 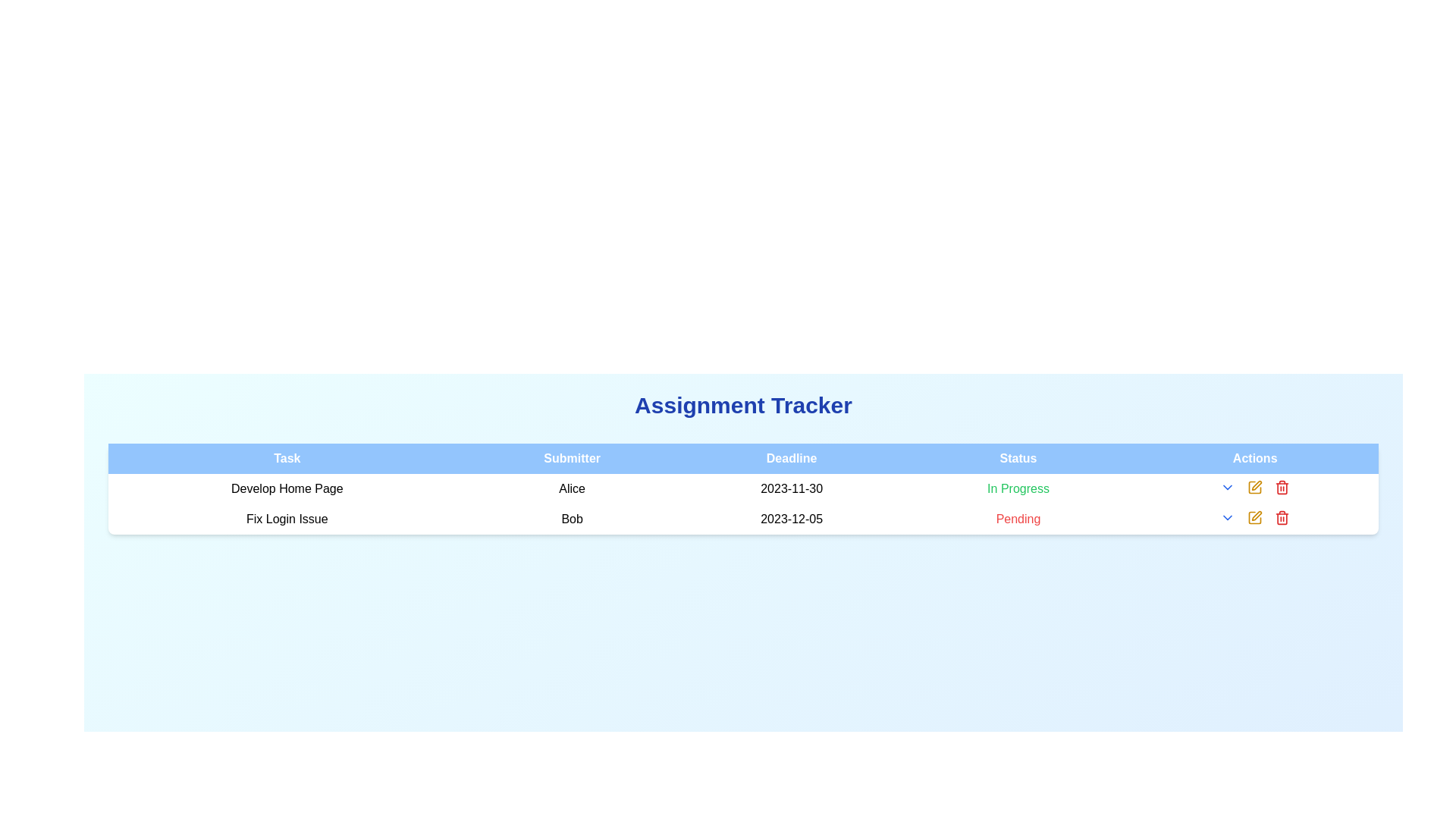 I want to click on the text label with the word 'Deadline' which is the third column header in a table row, positioned between 'Submitter' and 'Status', so click(x=791, y=458).